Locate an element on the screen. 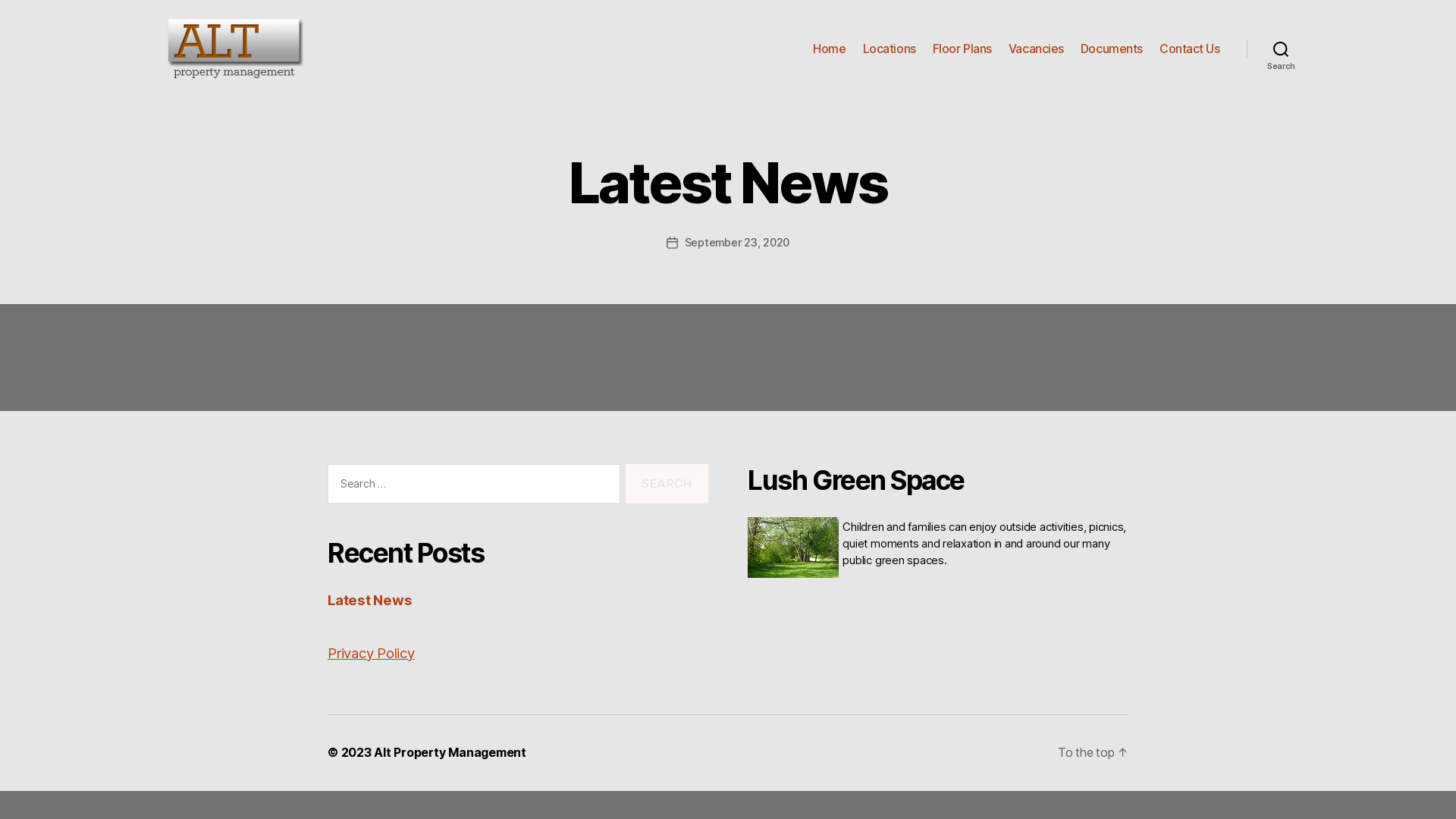 The height and width of the screenshot is (819, 1456). 'Search' is located at coordinates (1280, 48).